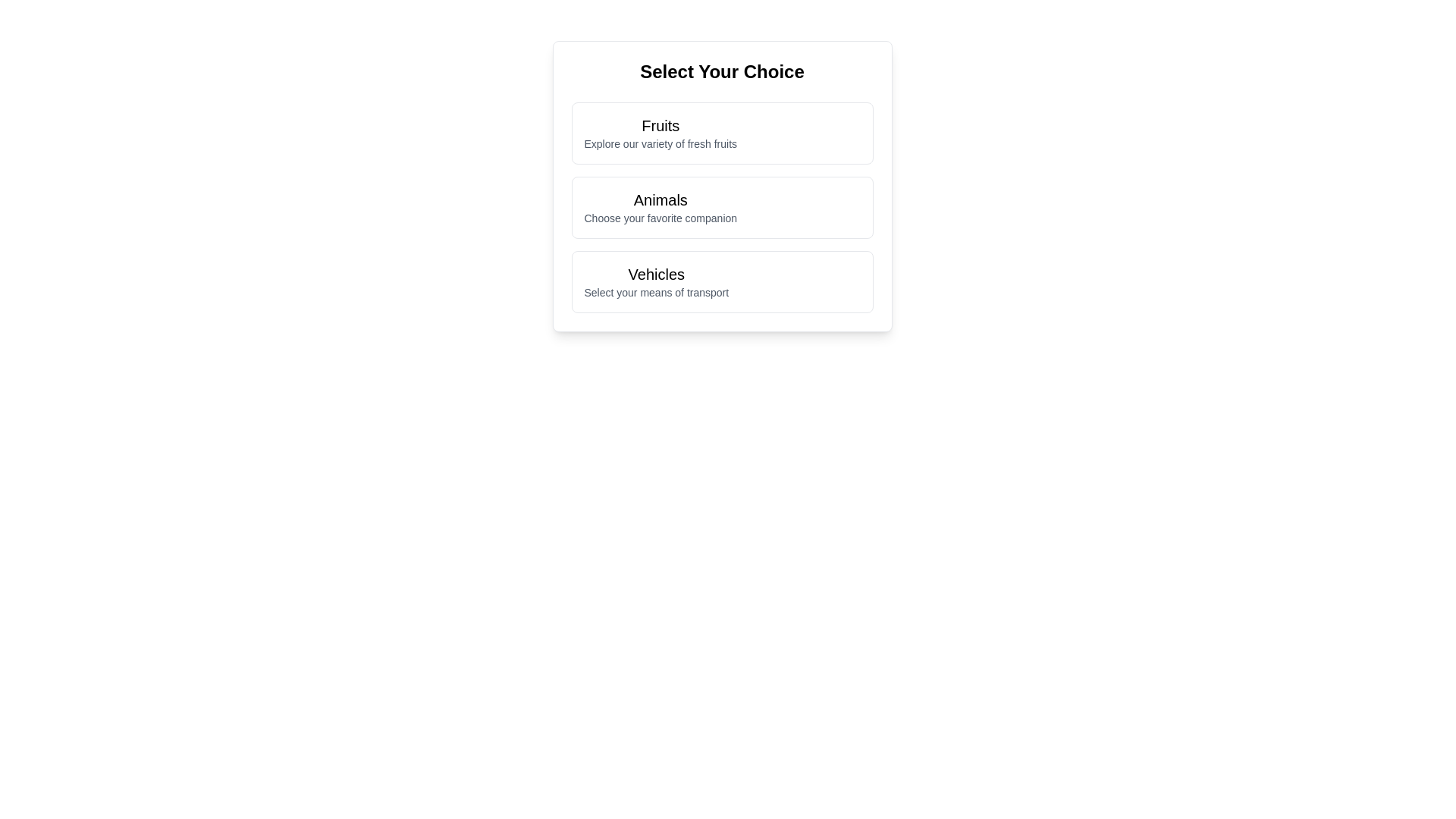  Describe the element at coordinates (661, 207) in the screenshot. I see `the 'Animals' category text block, which is the second option in the selection menu, positioned below 'Fruits' and above 'Vehicles'` at that location.